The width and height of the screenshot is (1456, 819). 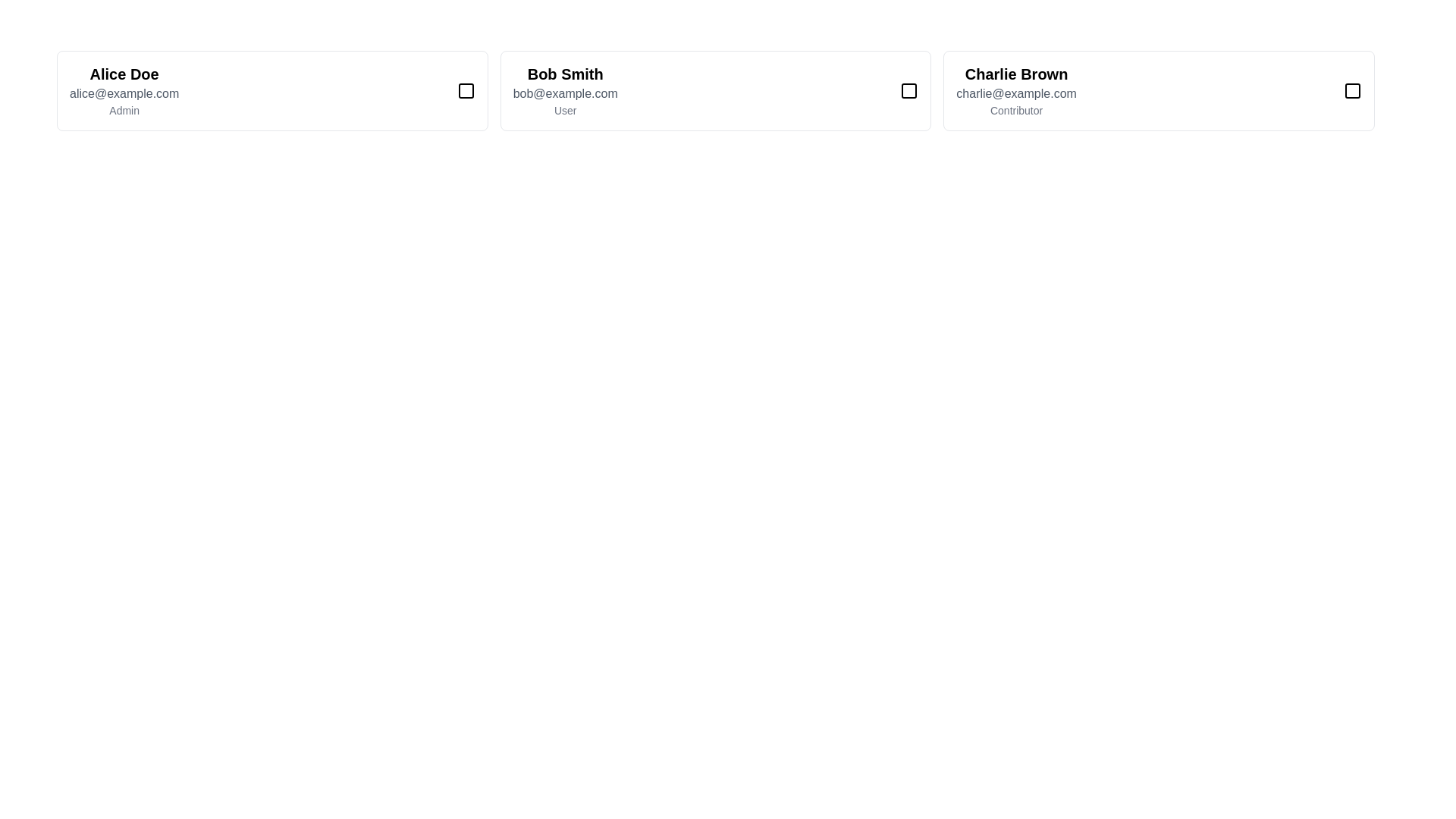 I want to click on the interactive checkbox or button for selecting the user associated with the card 'Charlie Brown', located at the top-right corner of the rightmost user card, so click(x=1353, y=90).